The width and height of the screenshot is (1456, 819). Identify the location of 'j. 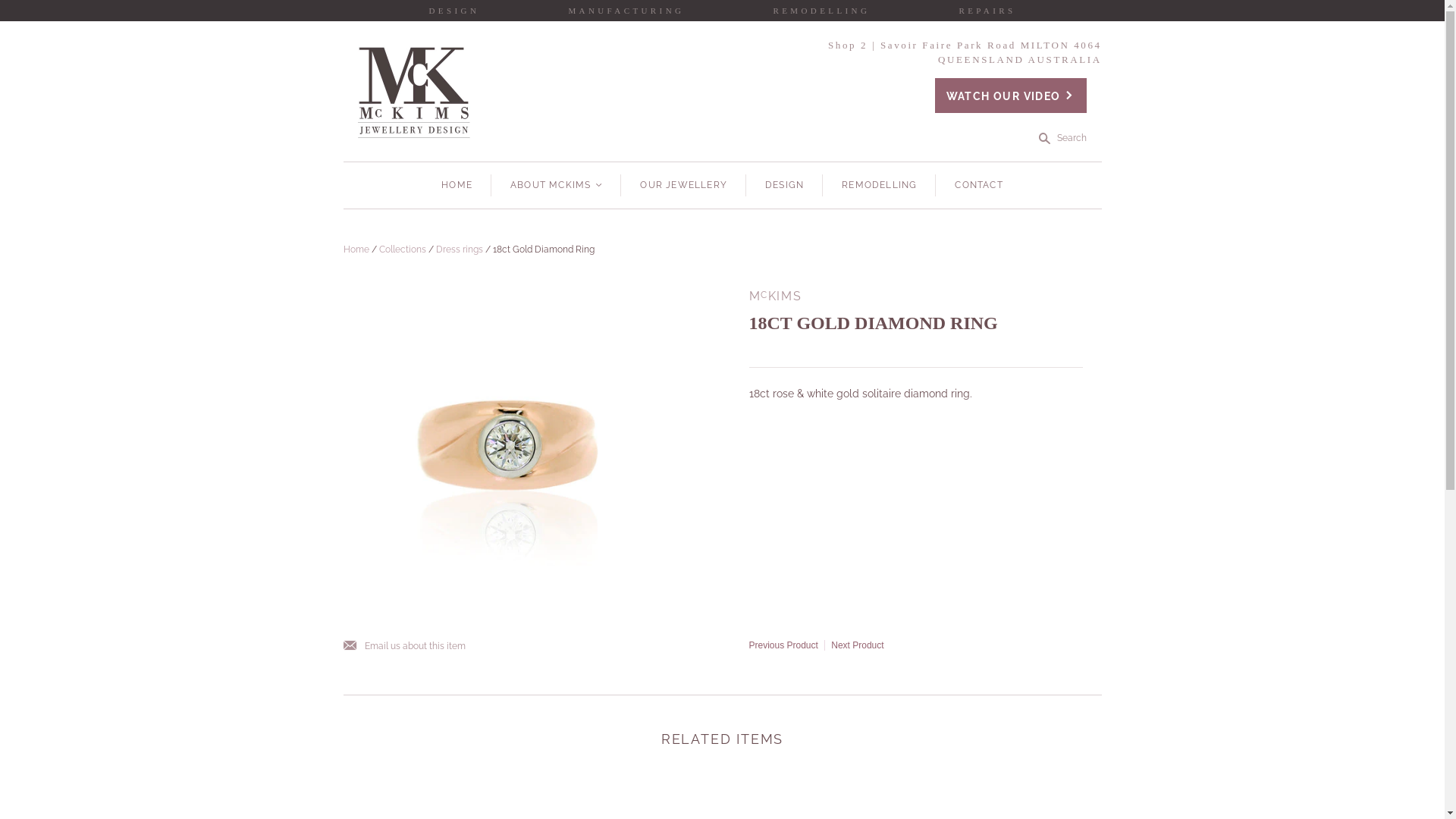
(341, 646).